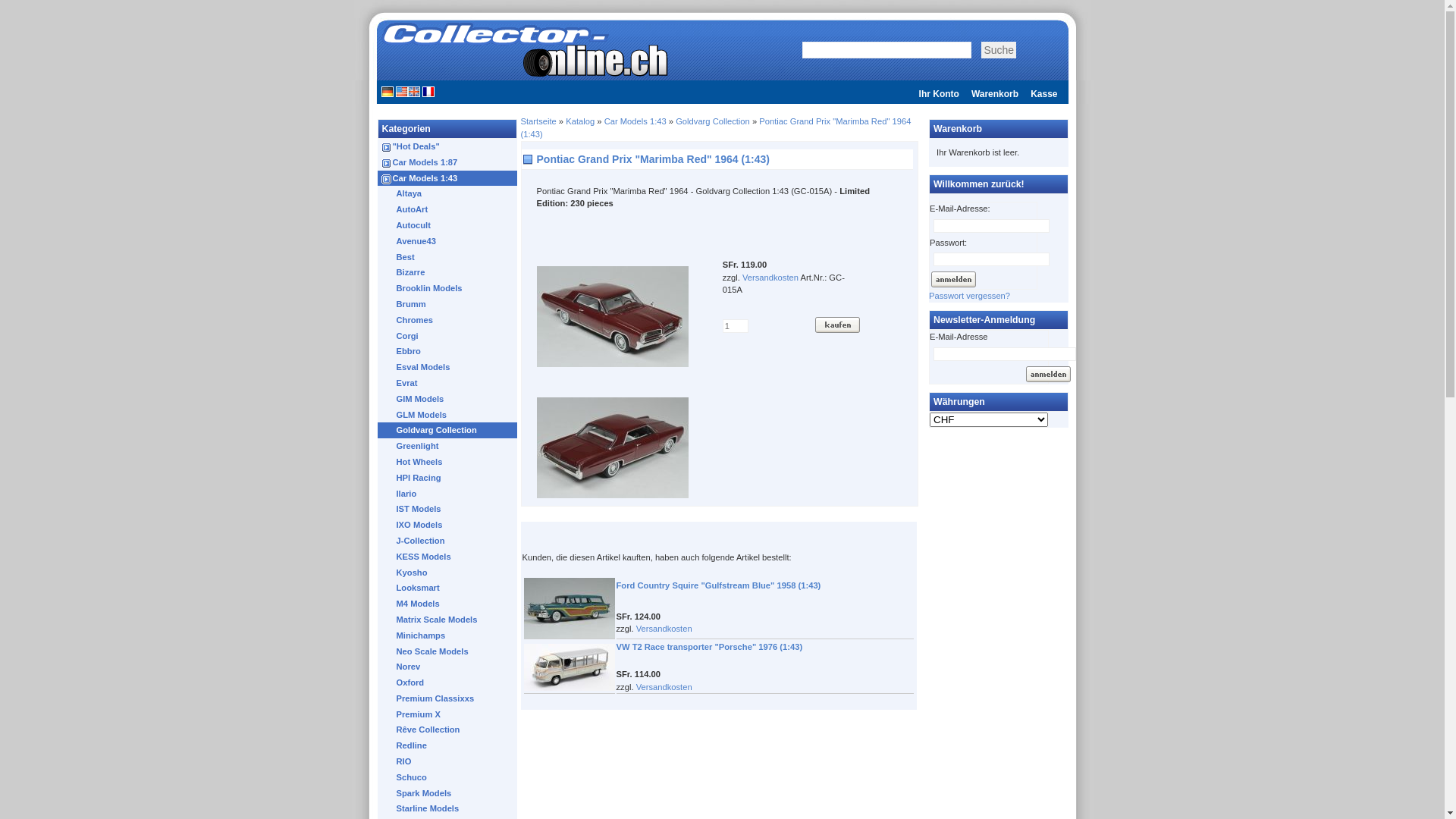 This screenshot has height=819, width=1456. Describe the element at coordinates (450, 177) in the screenshot. I see `'Car Models 1:43'` at that location.